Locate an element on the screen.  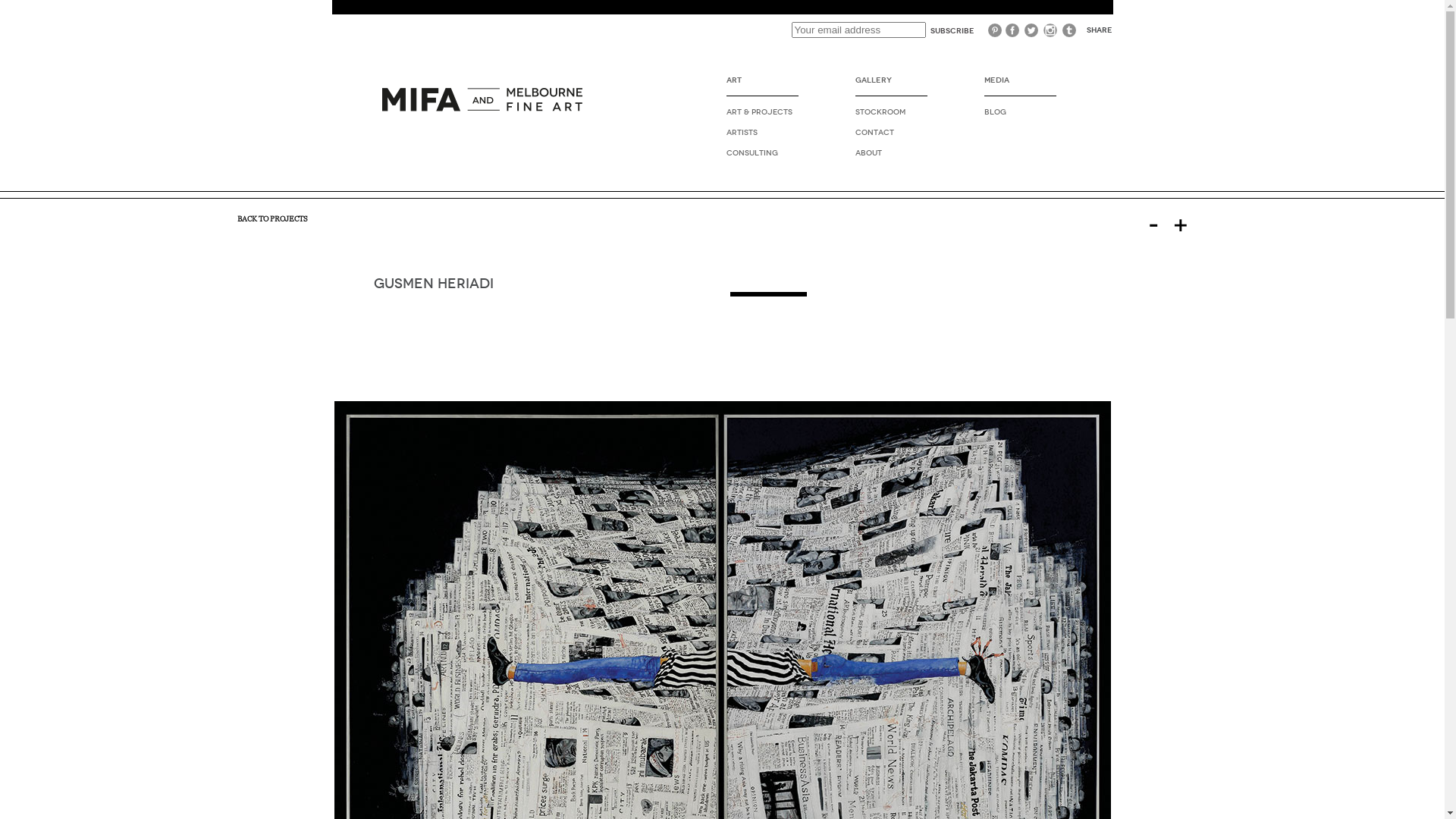
'Twitter' is located at coordinates (1031, 30).